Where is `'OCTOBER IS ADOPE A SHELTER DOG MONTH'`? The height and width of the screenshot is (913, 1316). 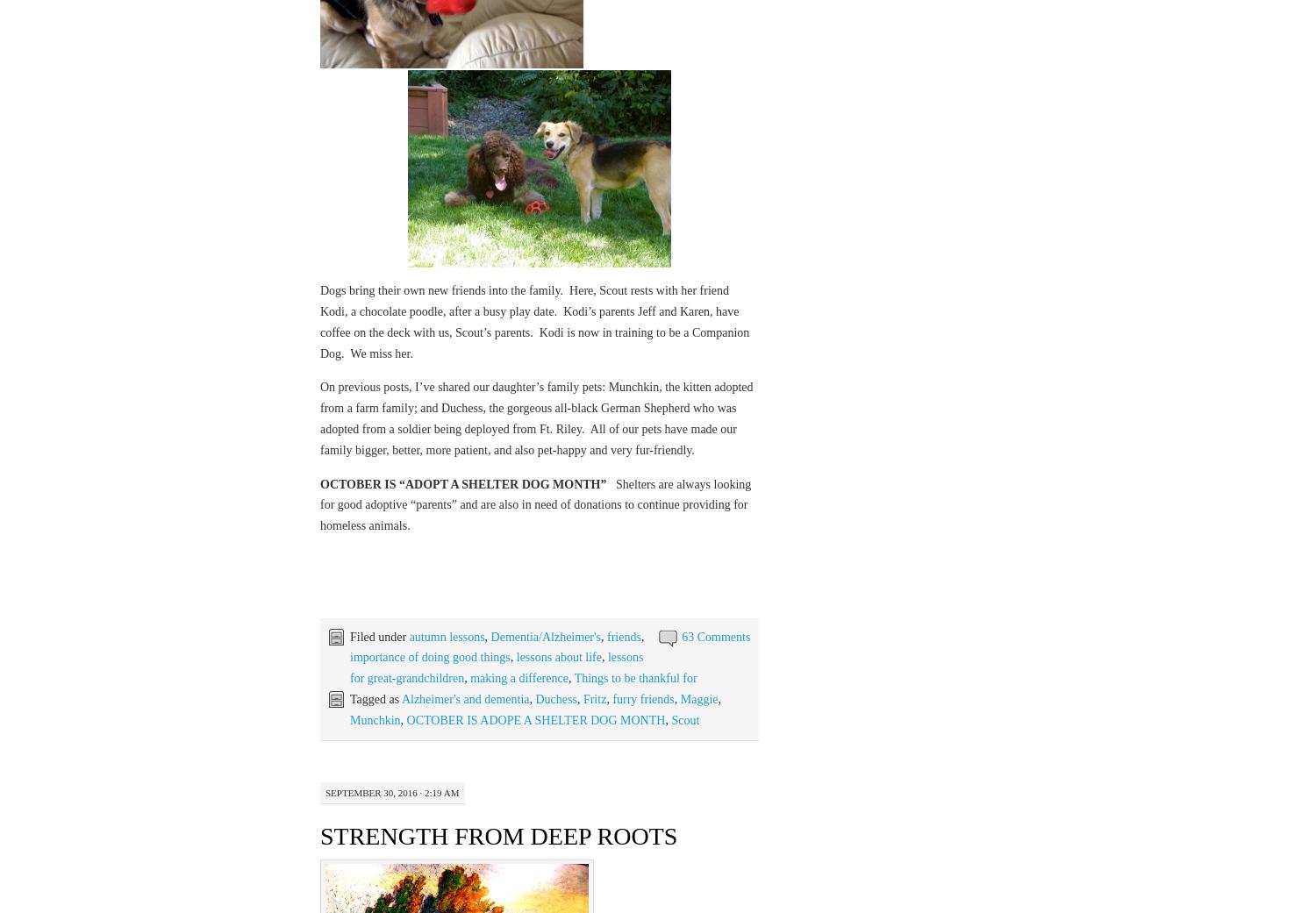
'OCTOBER IS ADOPE A SHELTER DOG MONTH' is located at coordinates (534, 719).